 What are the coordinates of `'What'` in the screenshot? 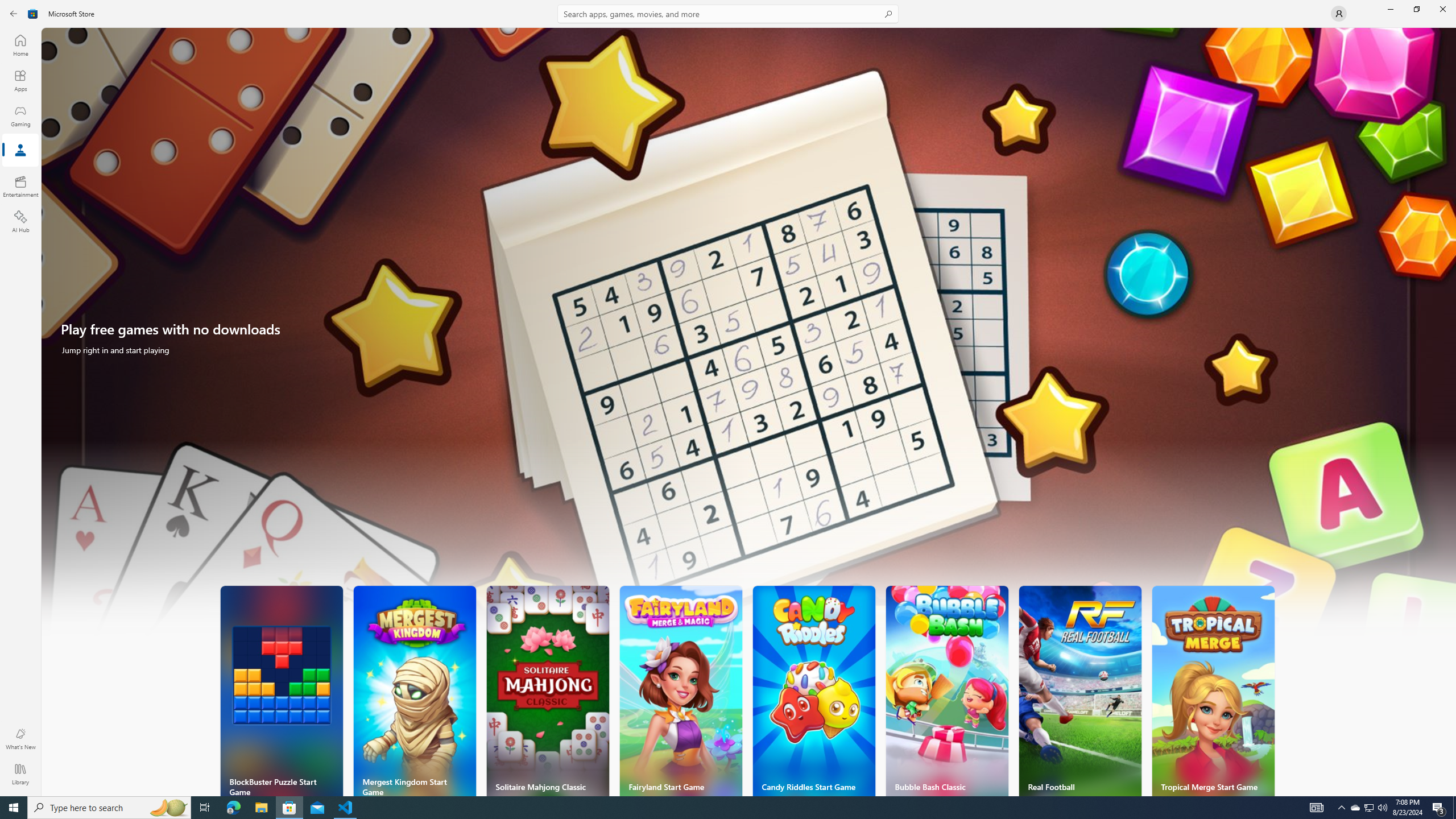 It's located at (19, 738).